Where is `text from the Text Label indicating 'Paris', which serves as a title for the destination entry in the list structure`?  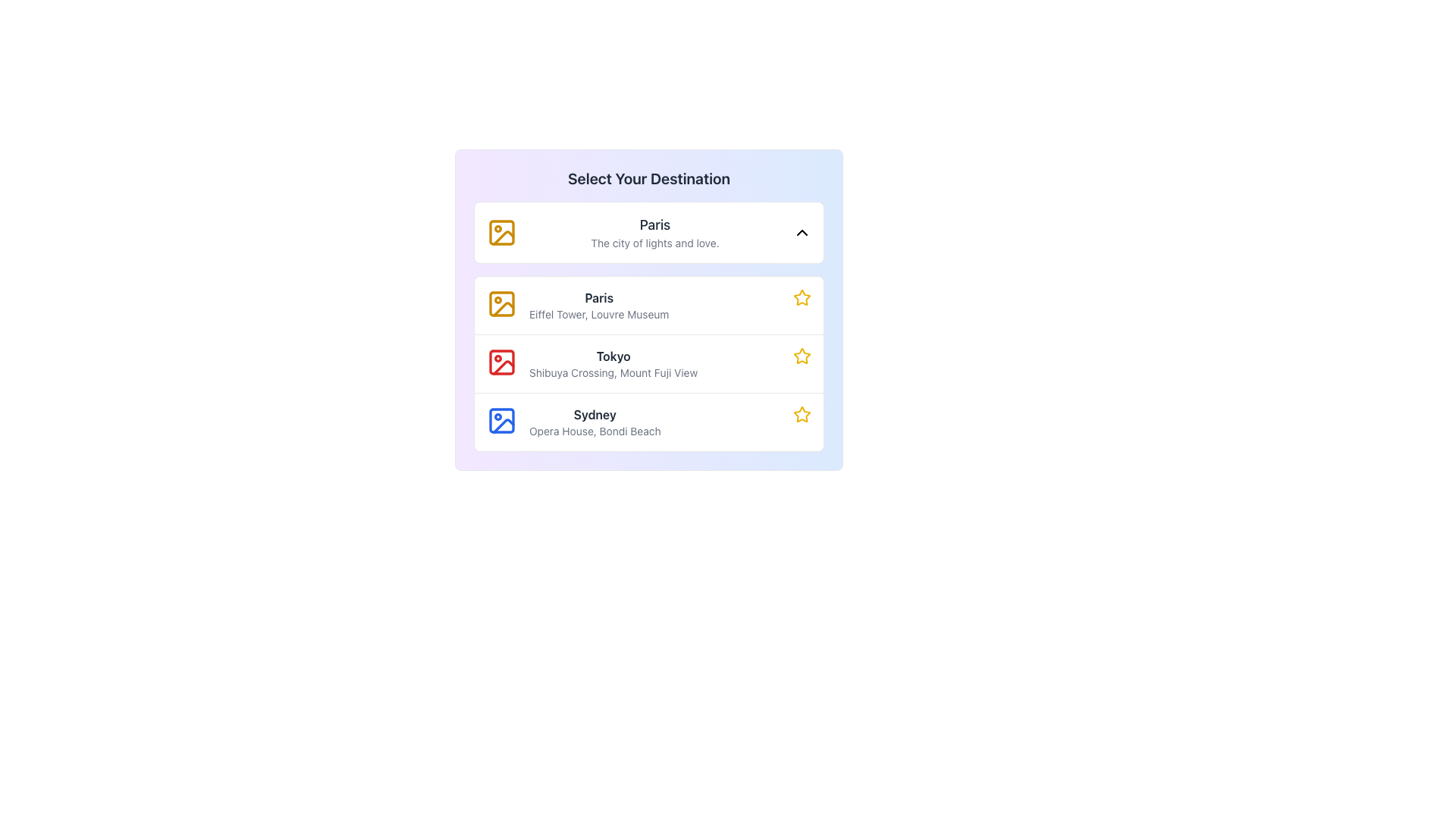
text from the Text Label indicating 'Paris', which serves as a title for the destination entry in the list structure is located at coordinates (598, 298).